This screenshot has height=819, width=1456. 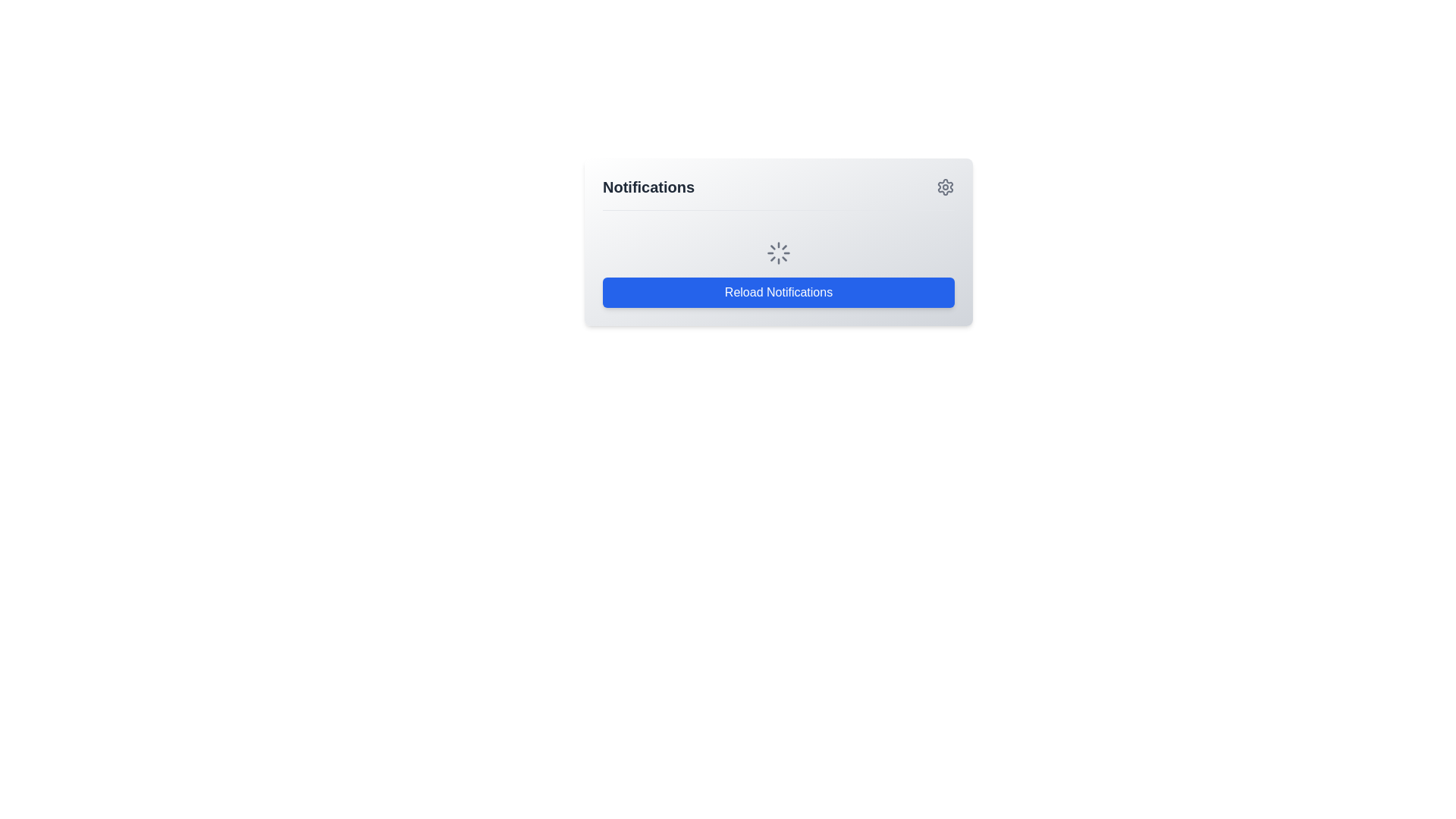 What do you see at coordinates (779, 292) in the screenshot?
I see `the refresh button located at the bottom of the notification panel` at bounding box center [779, 292].